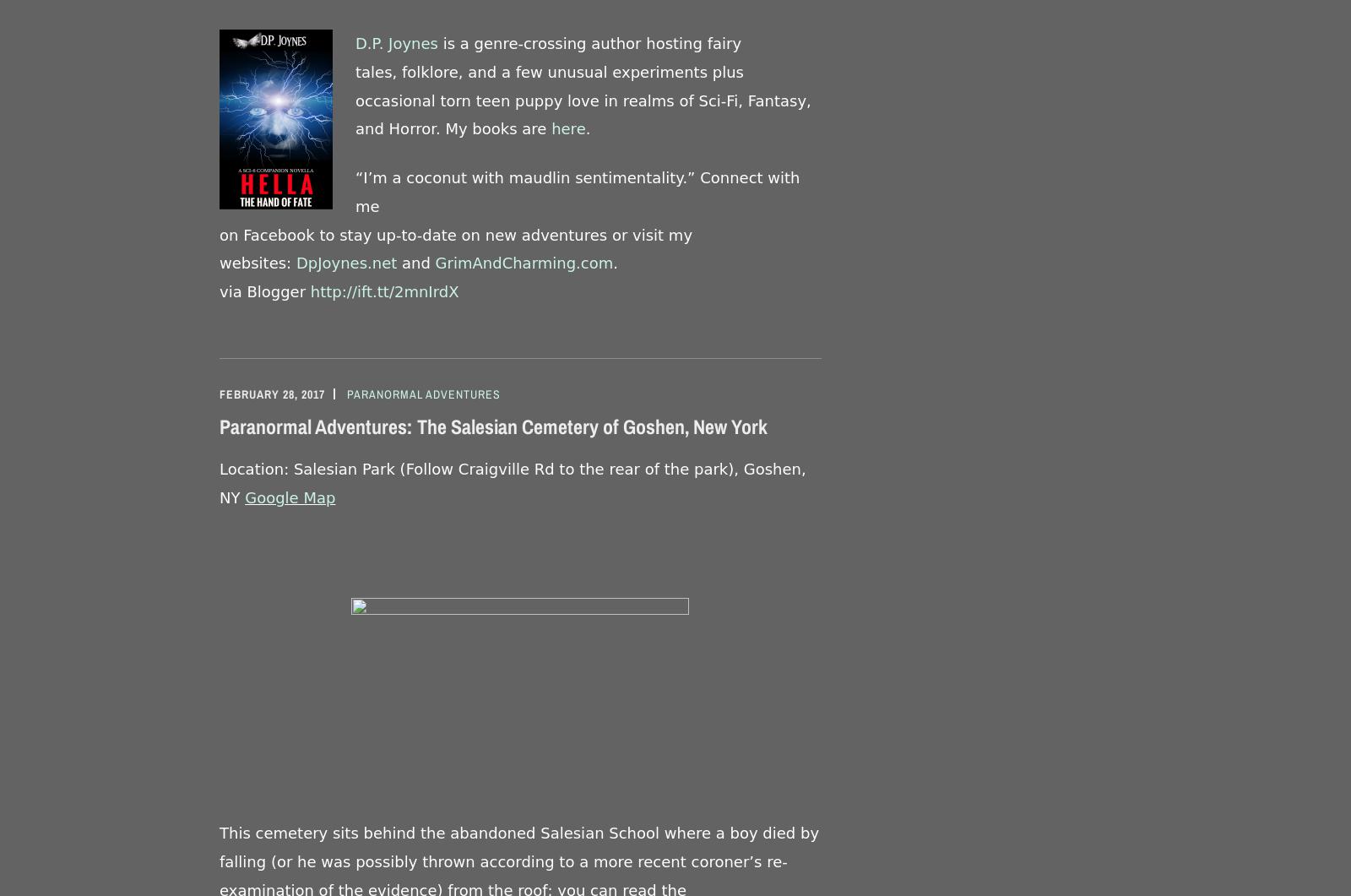  What do you see at coordinates (567, 128) in the screenshot?
I see `'here'` at bounding box center [567, 128].